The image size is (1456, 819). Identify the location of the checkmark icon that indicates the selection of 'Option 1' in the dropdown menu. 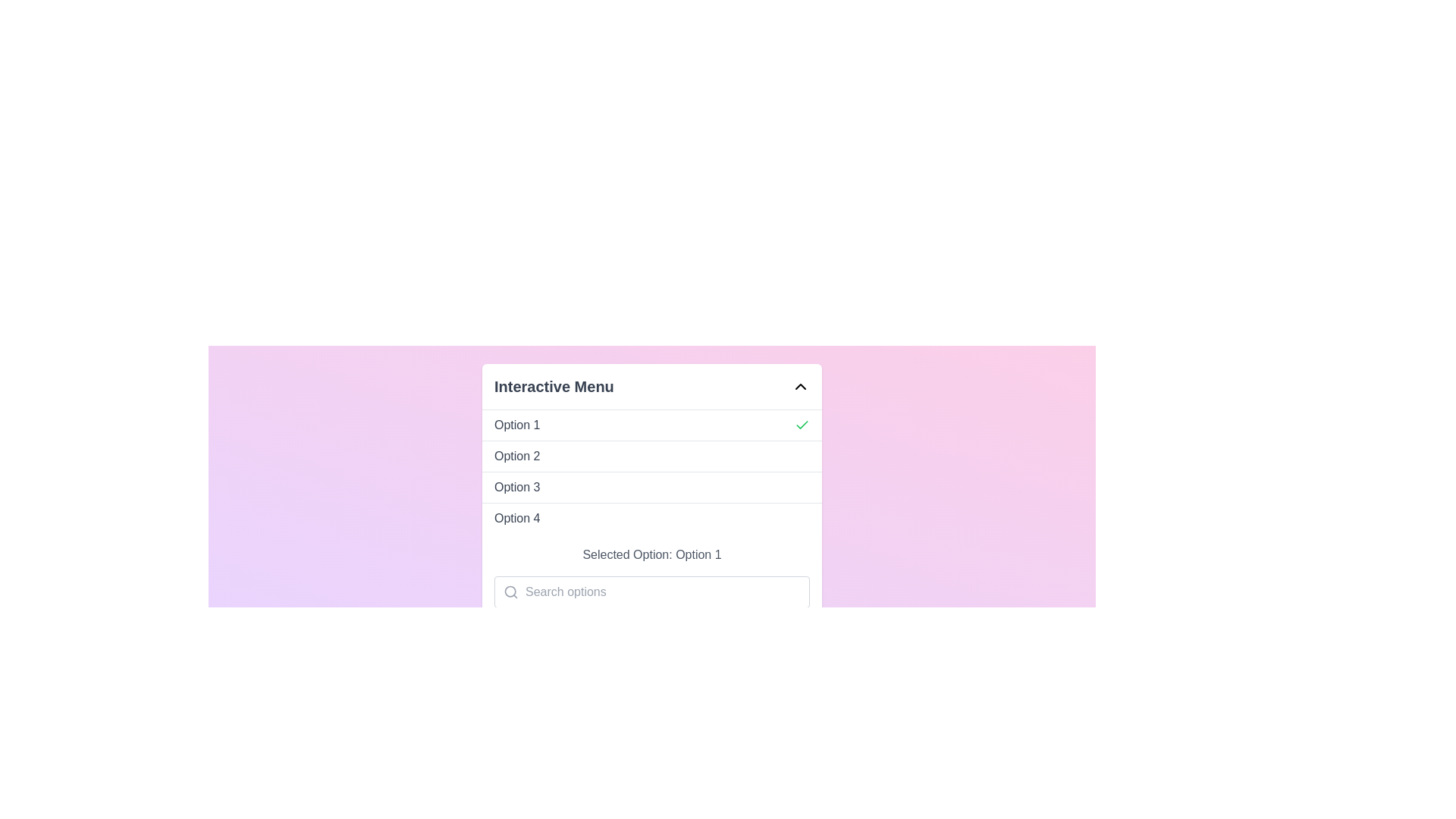
(801, 424).